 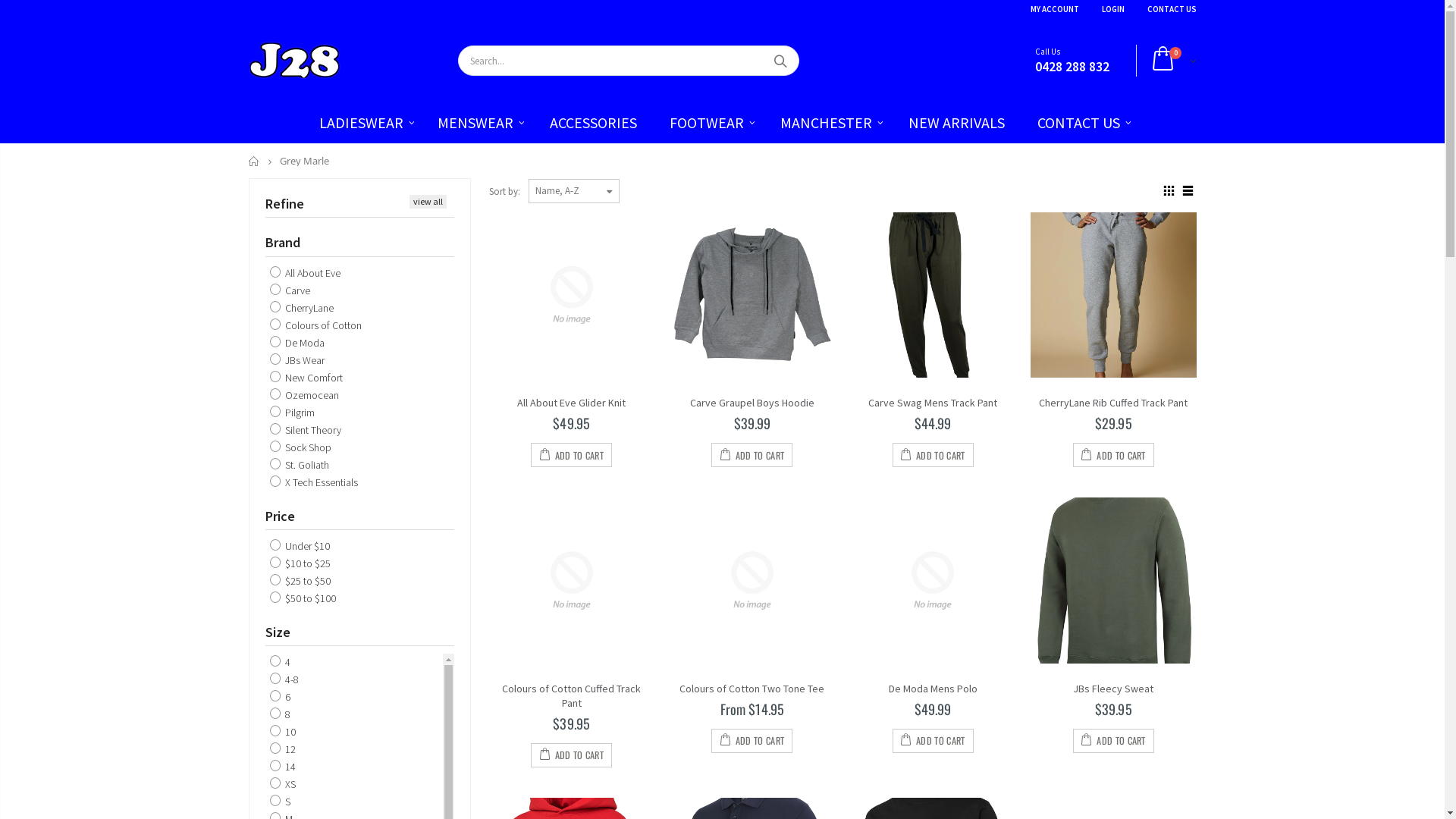 What do you see at coordinates (312, 482) in the screenshot?
I see `'X Tech Essentials'` at bounding box center [312, 482].